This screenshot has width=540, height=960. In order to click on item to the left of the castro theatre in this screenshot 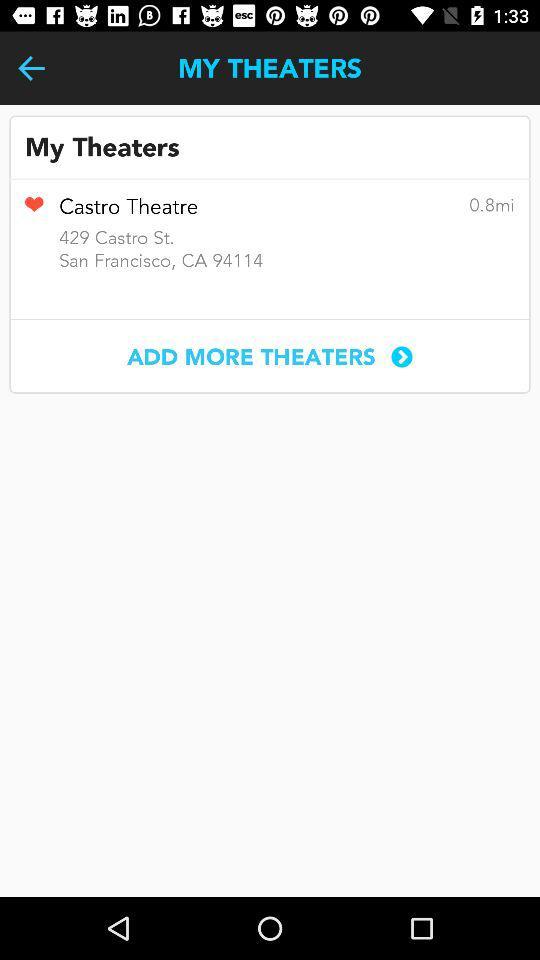, I will do `click(33, 211)`.